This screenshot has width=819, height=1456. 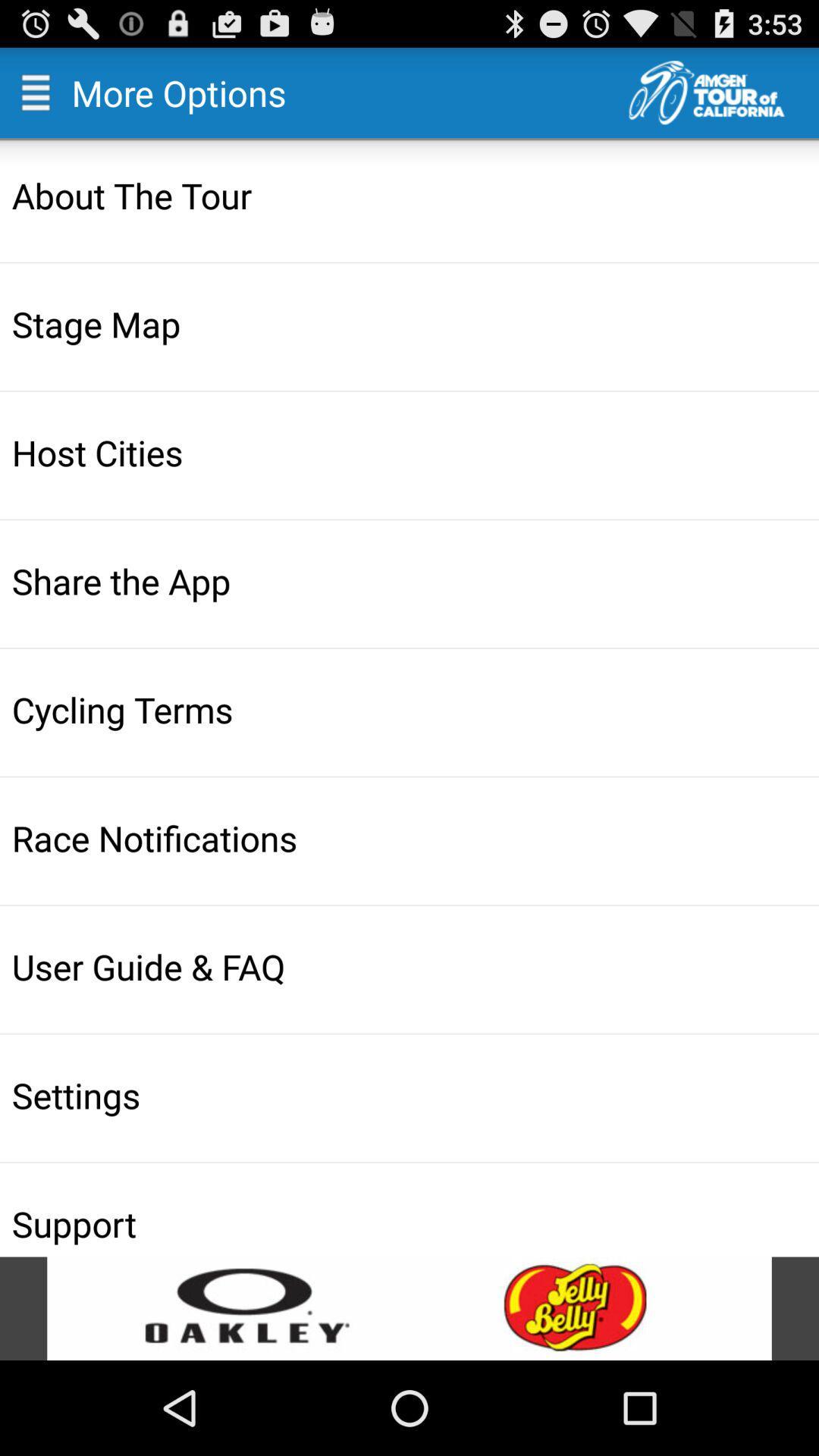 I want to click on icon above stage map, so click(x=411, y=194).